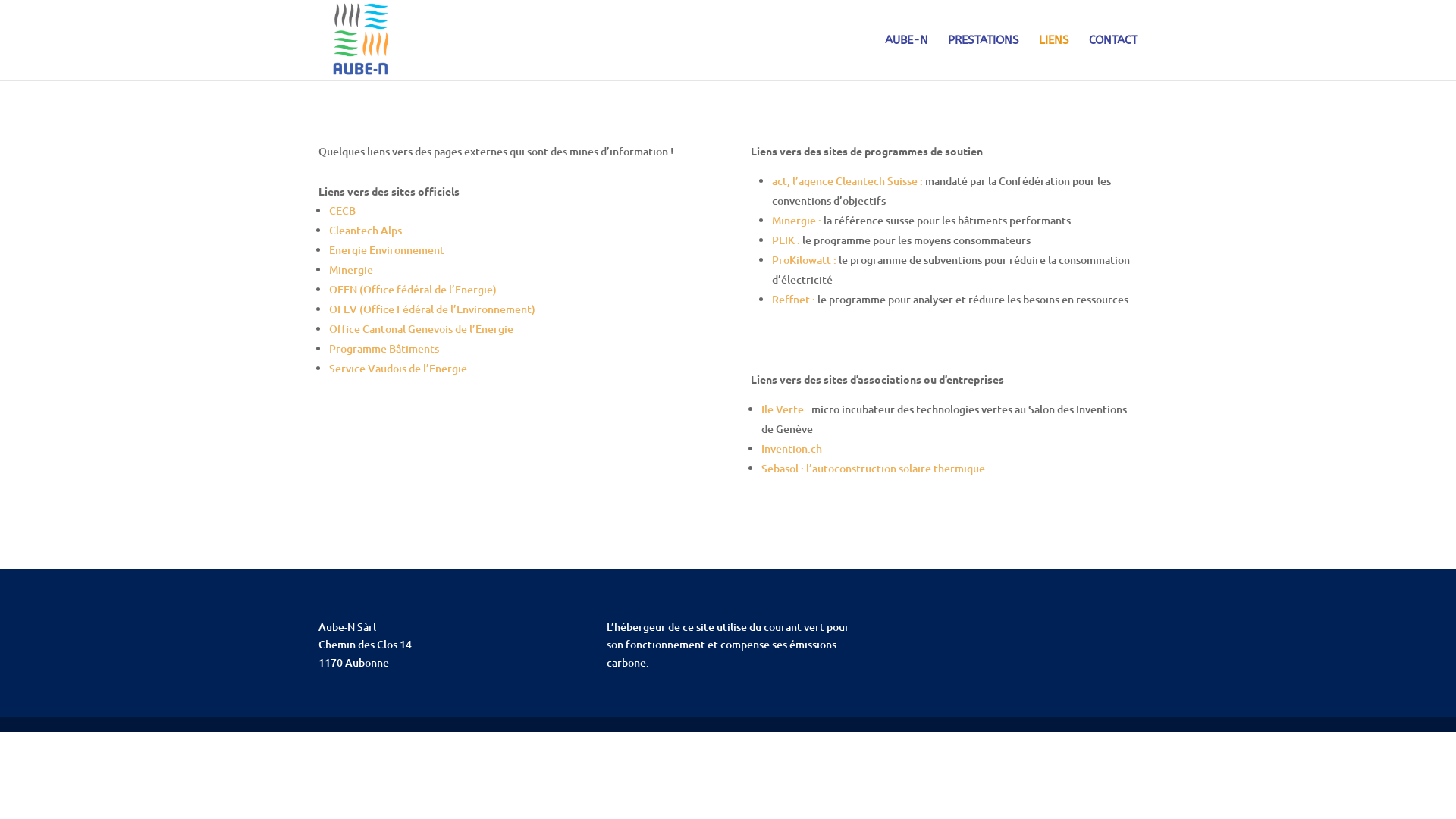 The image size is (1456, 819). What do you see at coordinates (793, 299) in the screenshot?
I see `'Reffnet :'` at bounding box center [793, 299].